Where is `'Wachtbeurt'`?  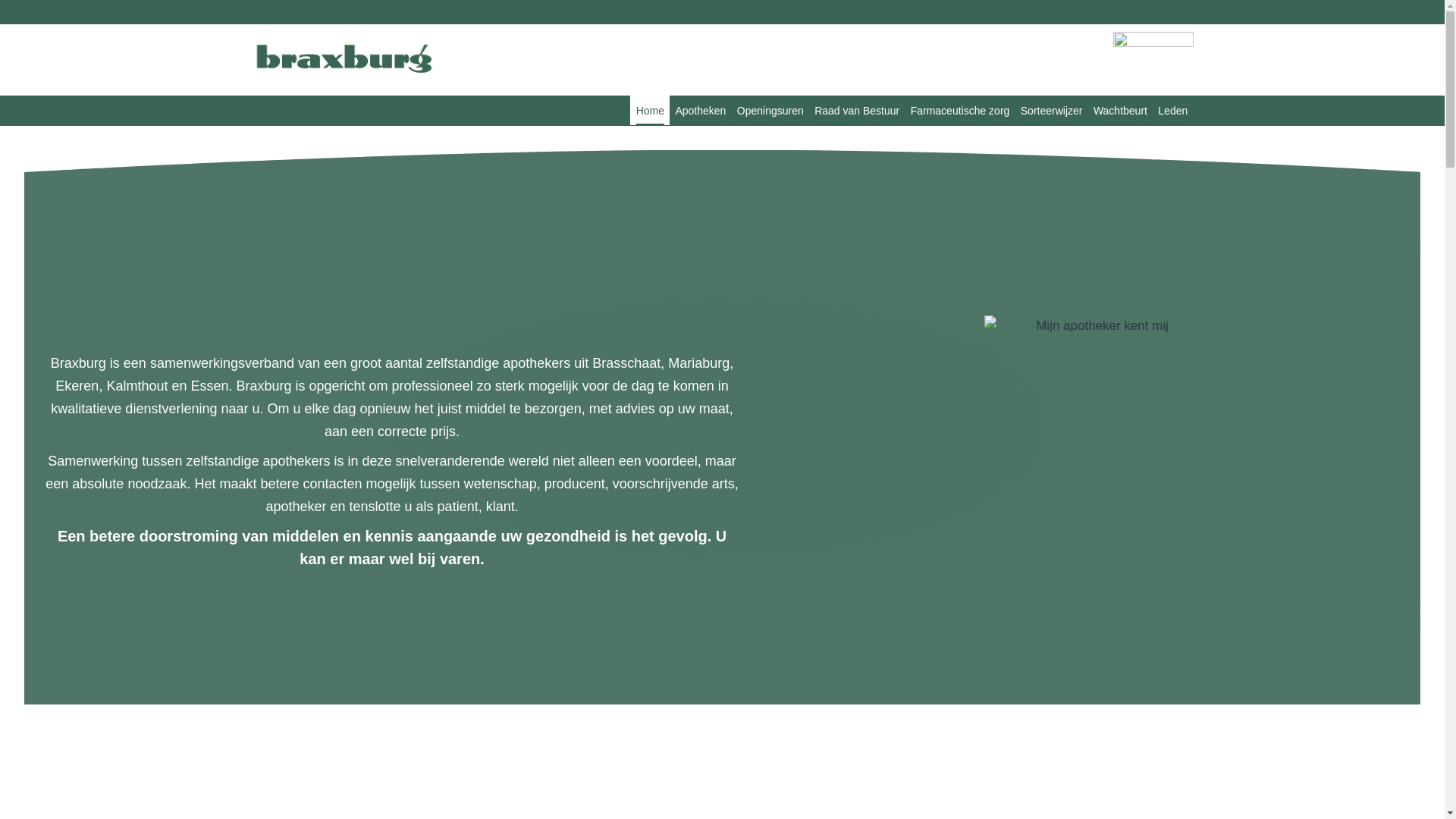 'Wachtbeurt' is located at coordinates (1087, 109).